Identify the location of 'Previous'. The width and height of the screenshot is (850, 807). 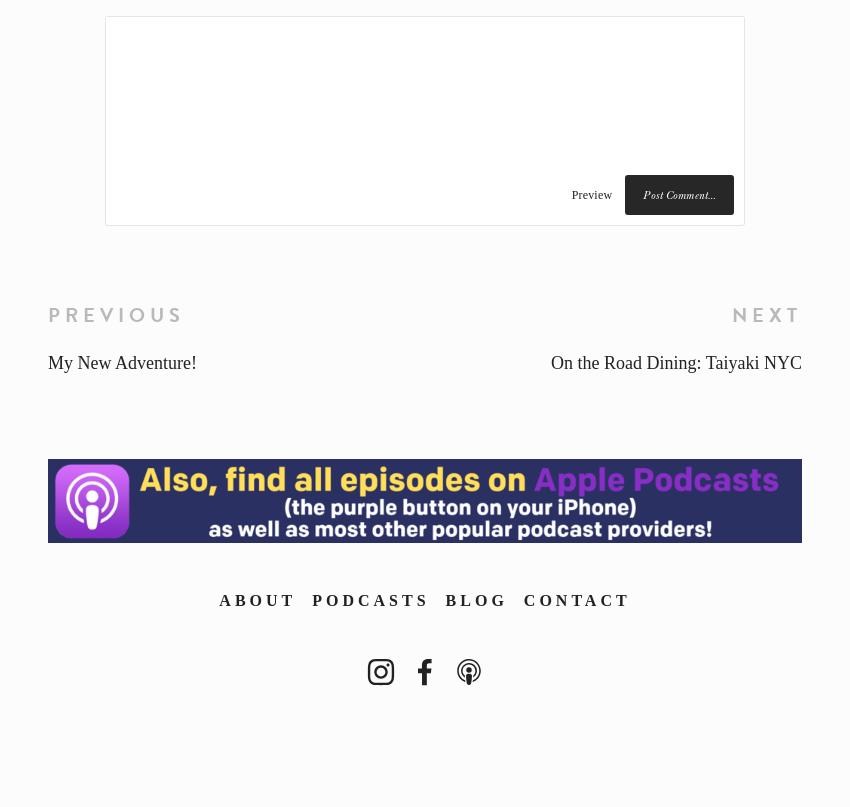
(115, 313).